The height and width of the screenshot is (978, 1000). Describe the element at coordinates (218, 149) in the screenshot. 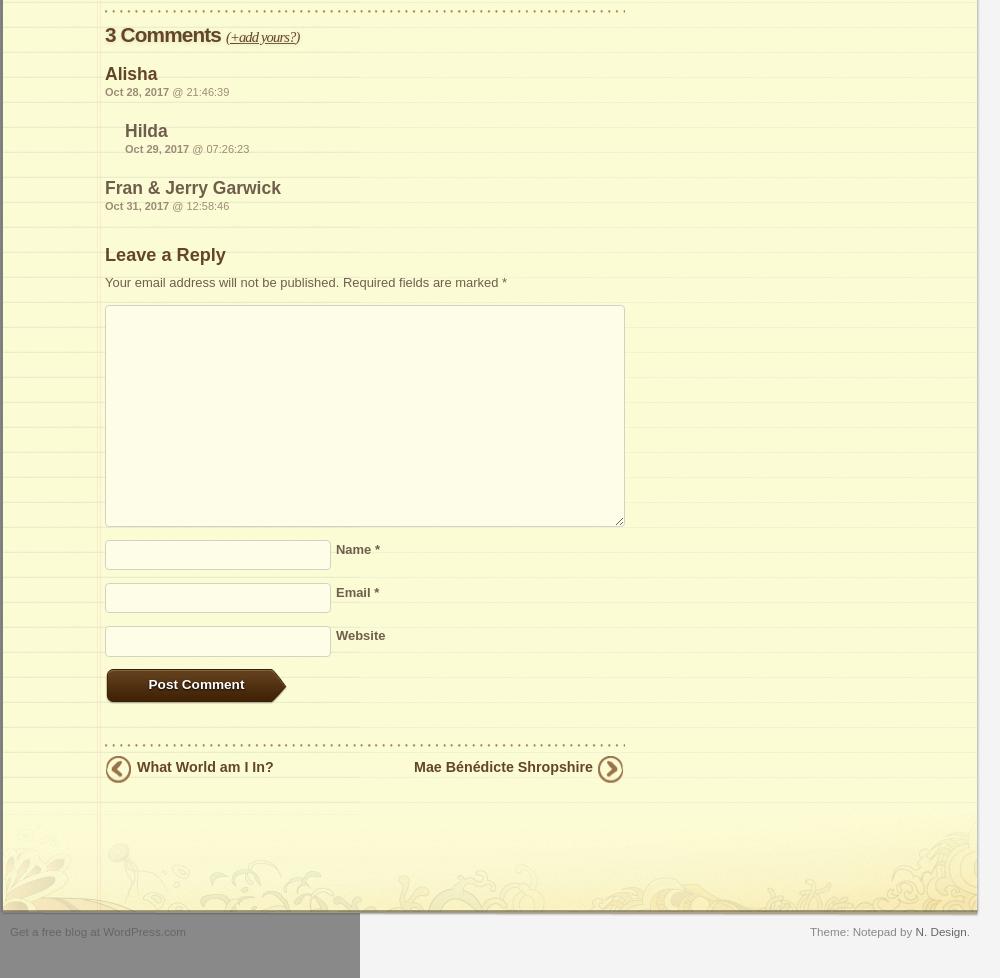

I see `'@ 07:26:23'` at that location.